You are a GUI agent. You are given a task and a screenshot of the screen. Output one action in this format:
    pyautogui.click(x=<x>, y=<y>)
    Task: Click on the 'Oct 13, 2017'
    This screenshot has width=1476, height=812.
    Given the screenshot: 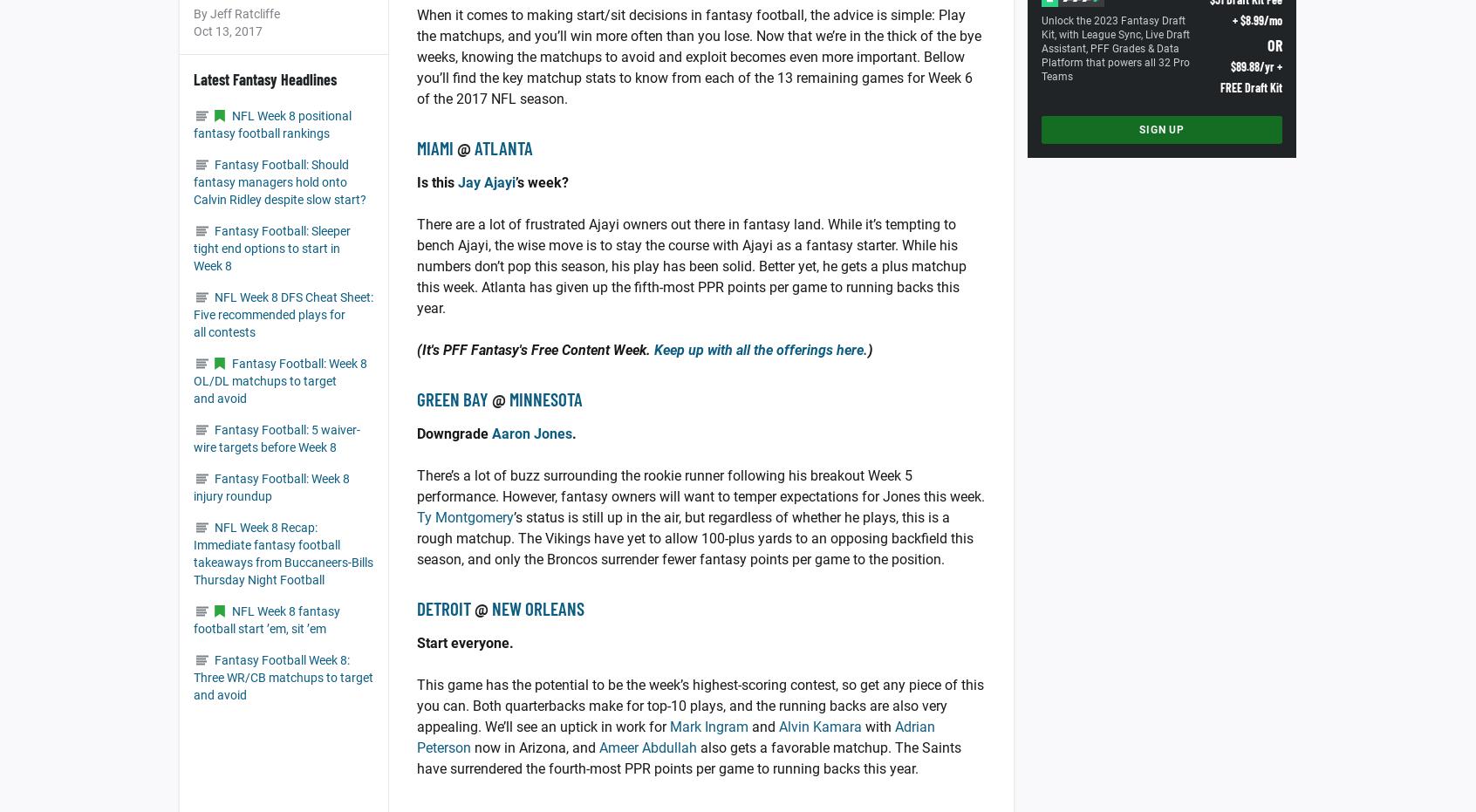 What is the action you would take?
    pyautogui.click(x=228, y=31)
    